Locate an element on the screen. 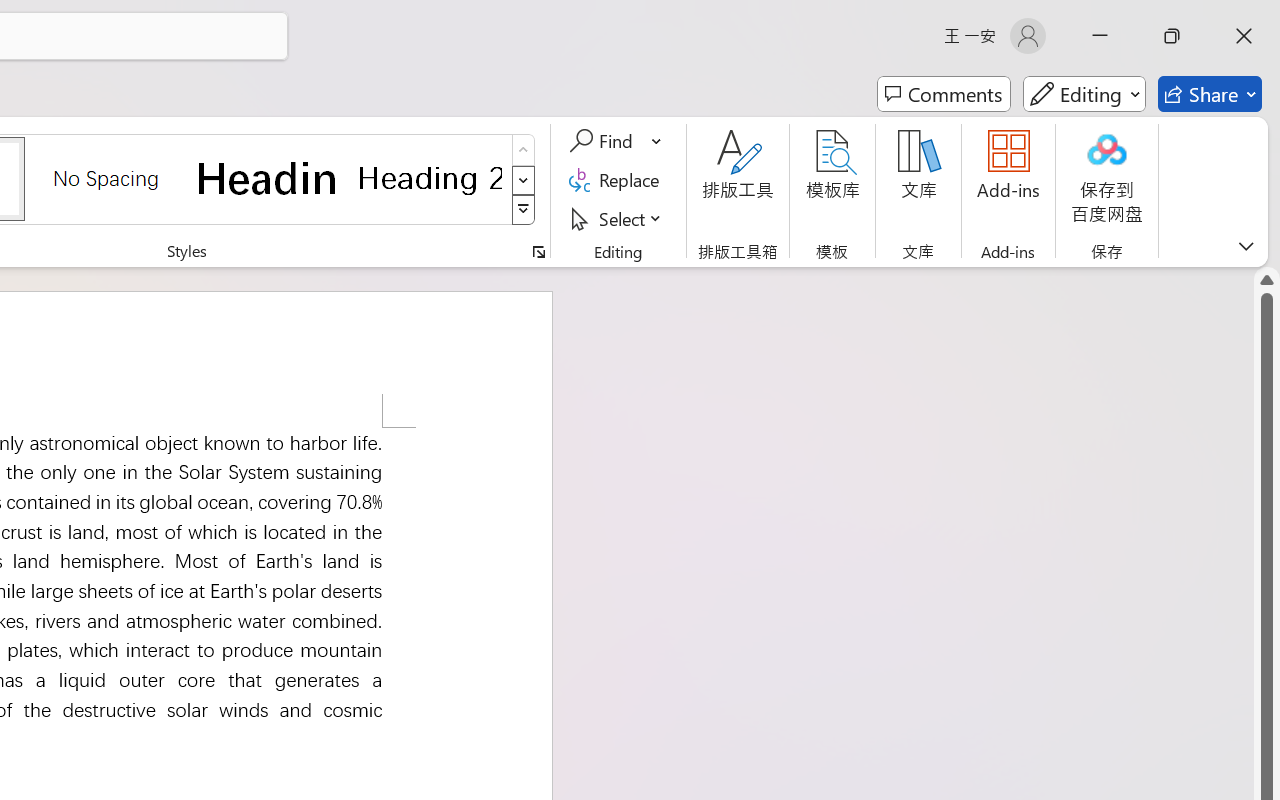  'Styles' is located at coordinates (523, 210).